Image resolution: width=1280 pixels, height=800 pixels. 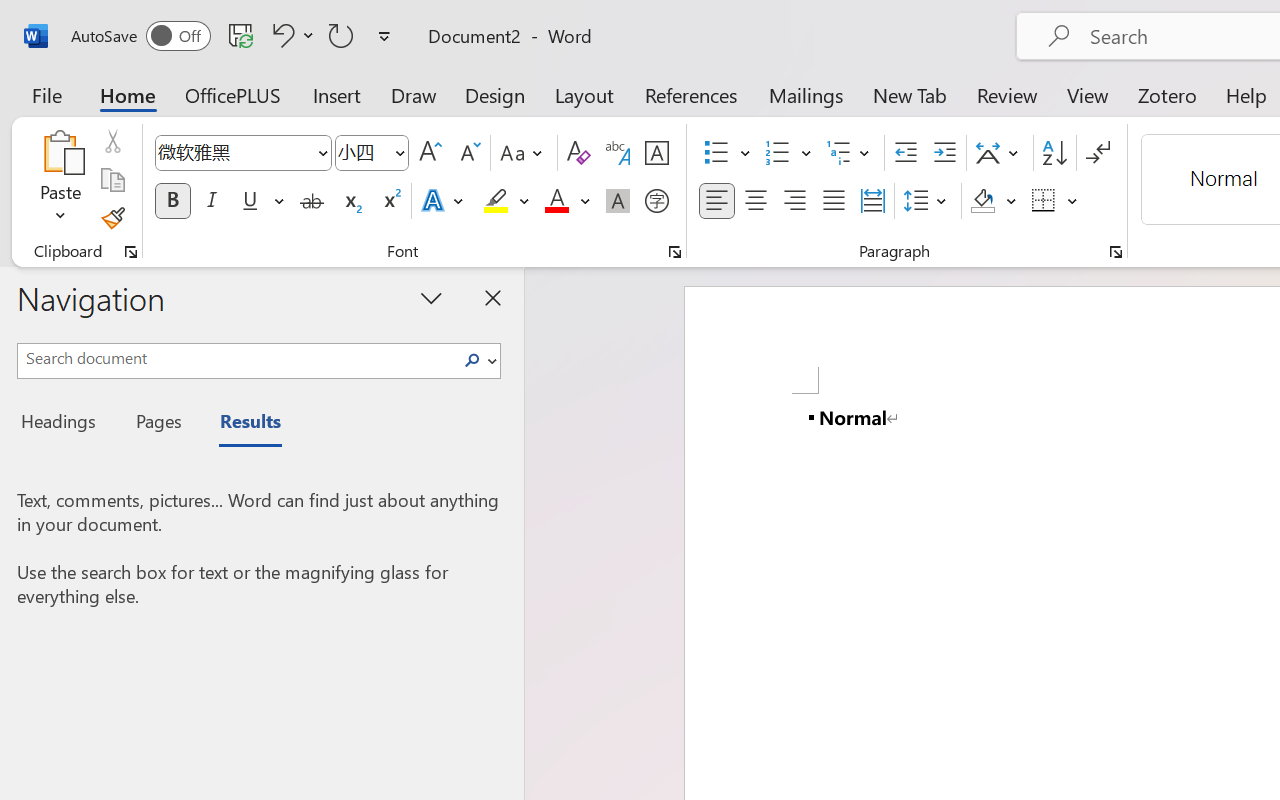 I want to click on 'Align Left', so click(x=716, y=201).